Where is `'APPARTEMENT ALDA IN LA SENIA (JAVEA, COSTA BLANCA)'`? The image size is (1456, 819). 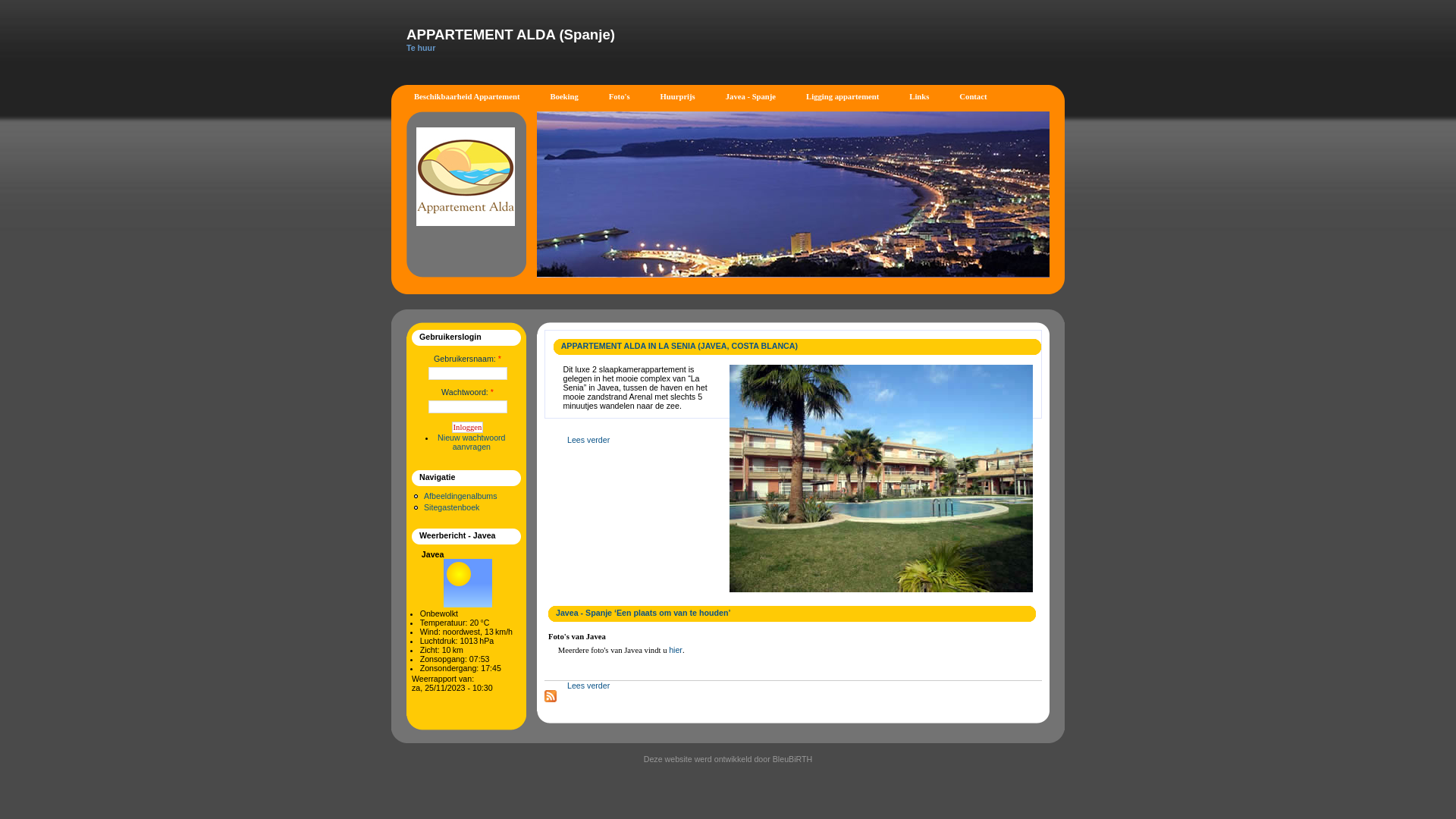
'APPARTEMENT ALDA IN LA SENIA (JAVEA, COSTA BLANCA)' is located at coordinates (679, 345).